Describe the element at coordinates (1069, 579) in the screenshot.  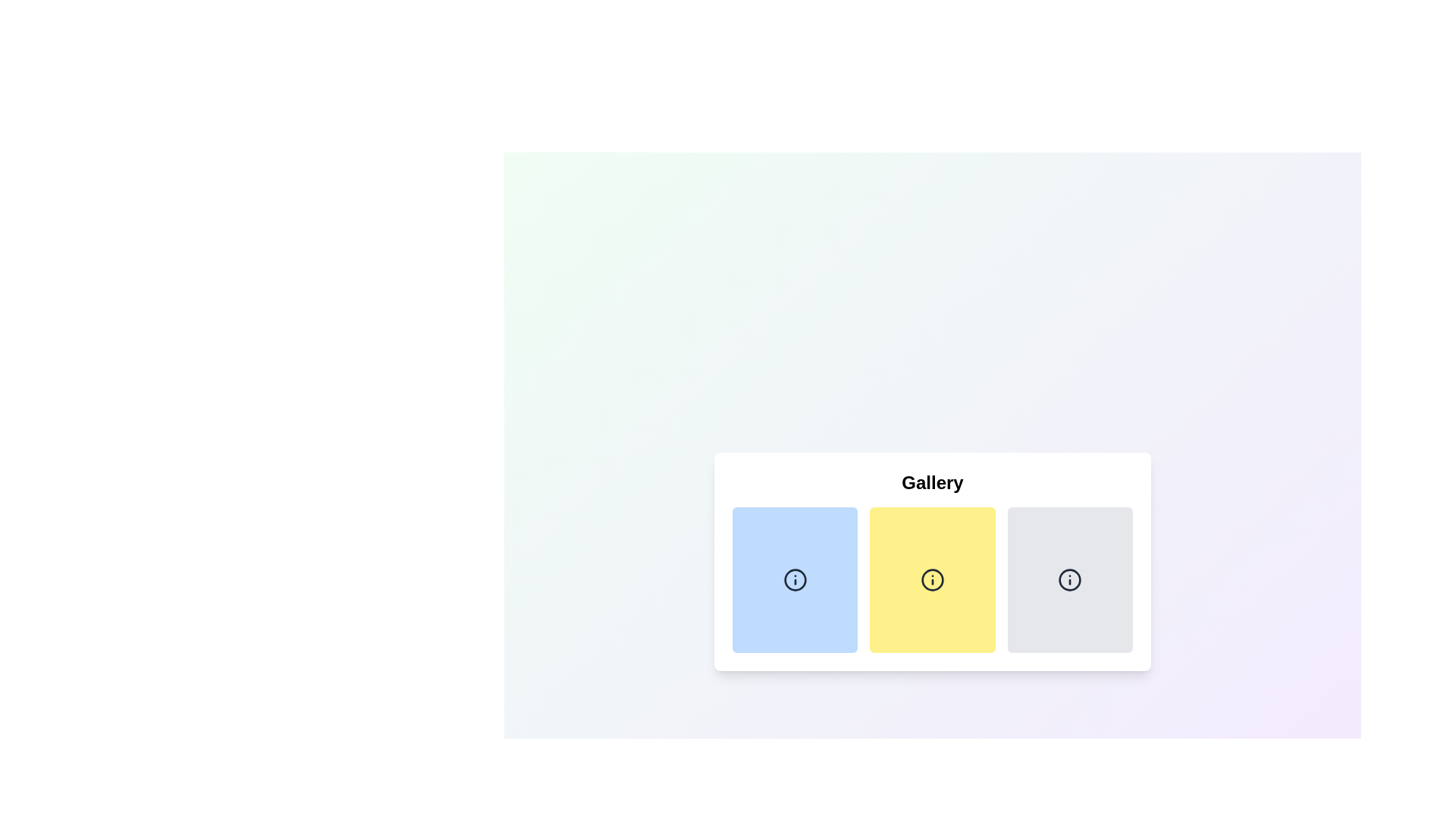
I see `the dark gray circular icon within the SVG of the third card in a three-card layout` at that location.